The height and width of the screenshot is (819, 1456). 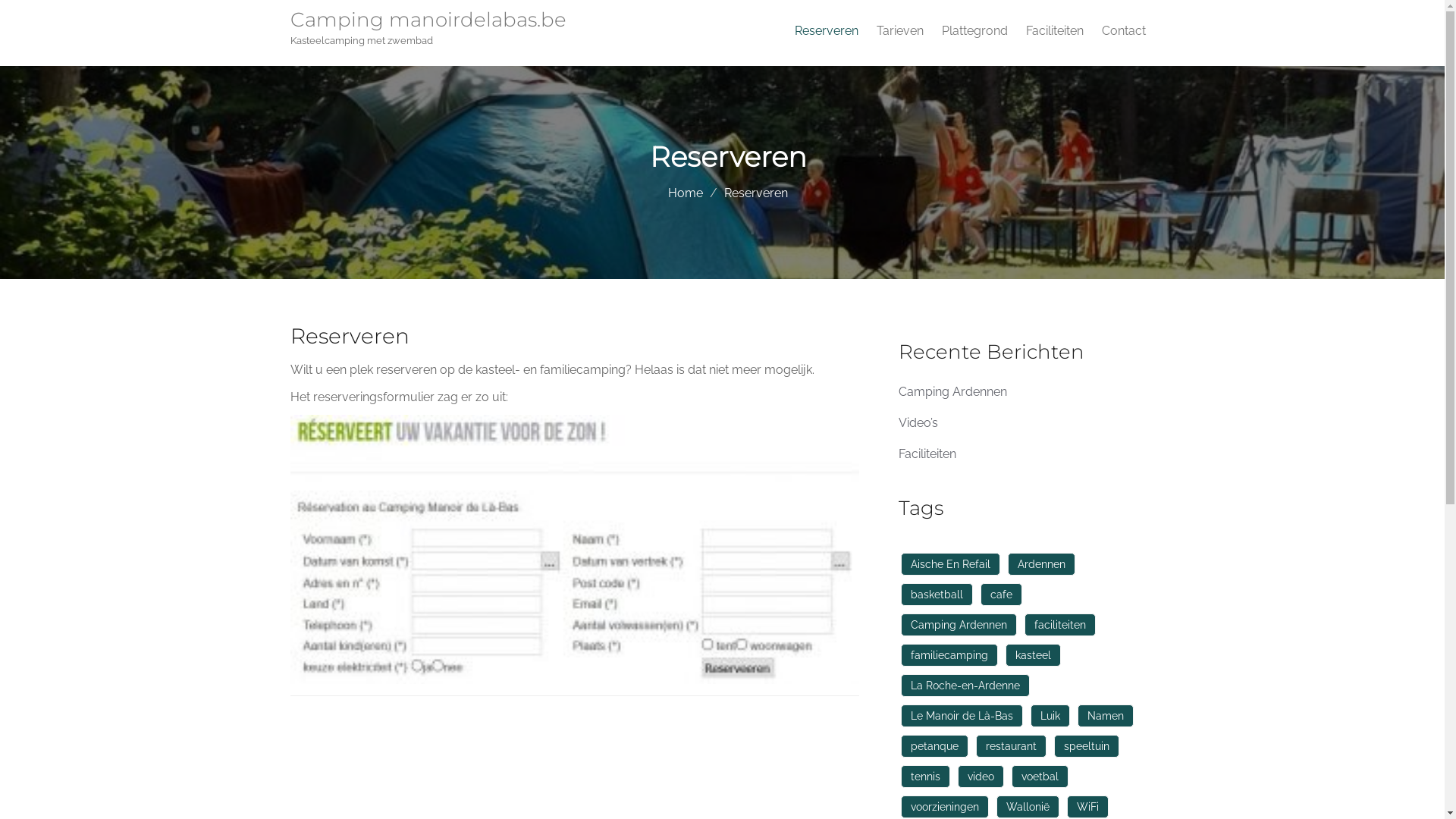 What do you see at coordinates (1123, 31) in the screenshot?
I see `'Contact'` at bounding box center [1123, 31].